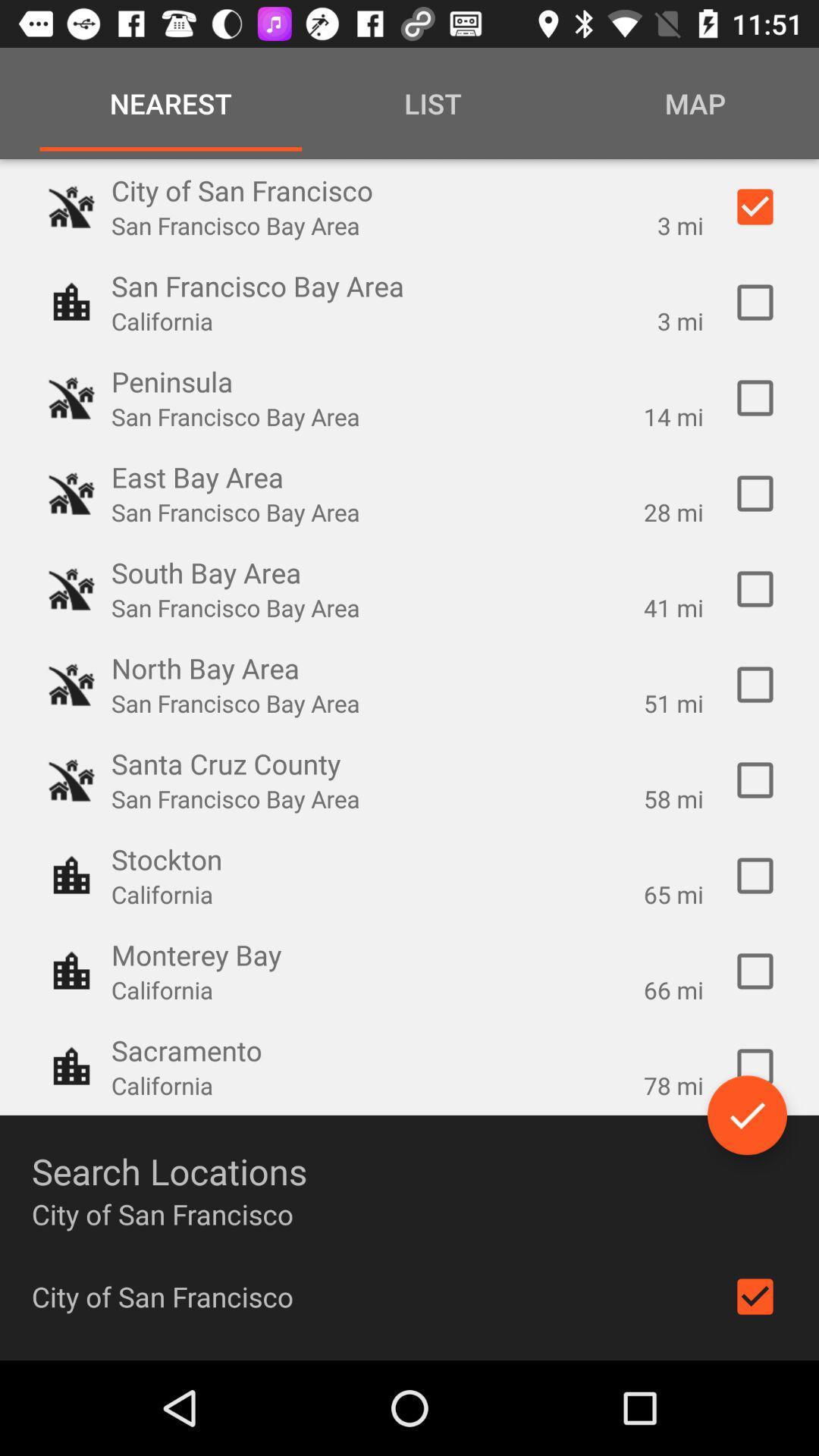 This screenshot has width=819, height=1456. What do you see at coordinates (755, 780) in the screenshot?
I see `mark the location` at bounding box center [755, 780].